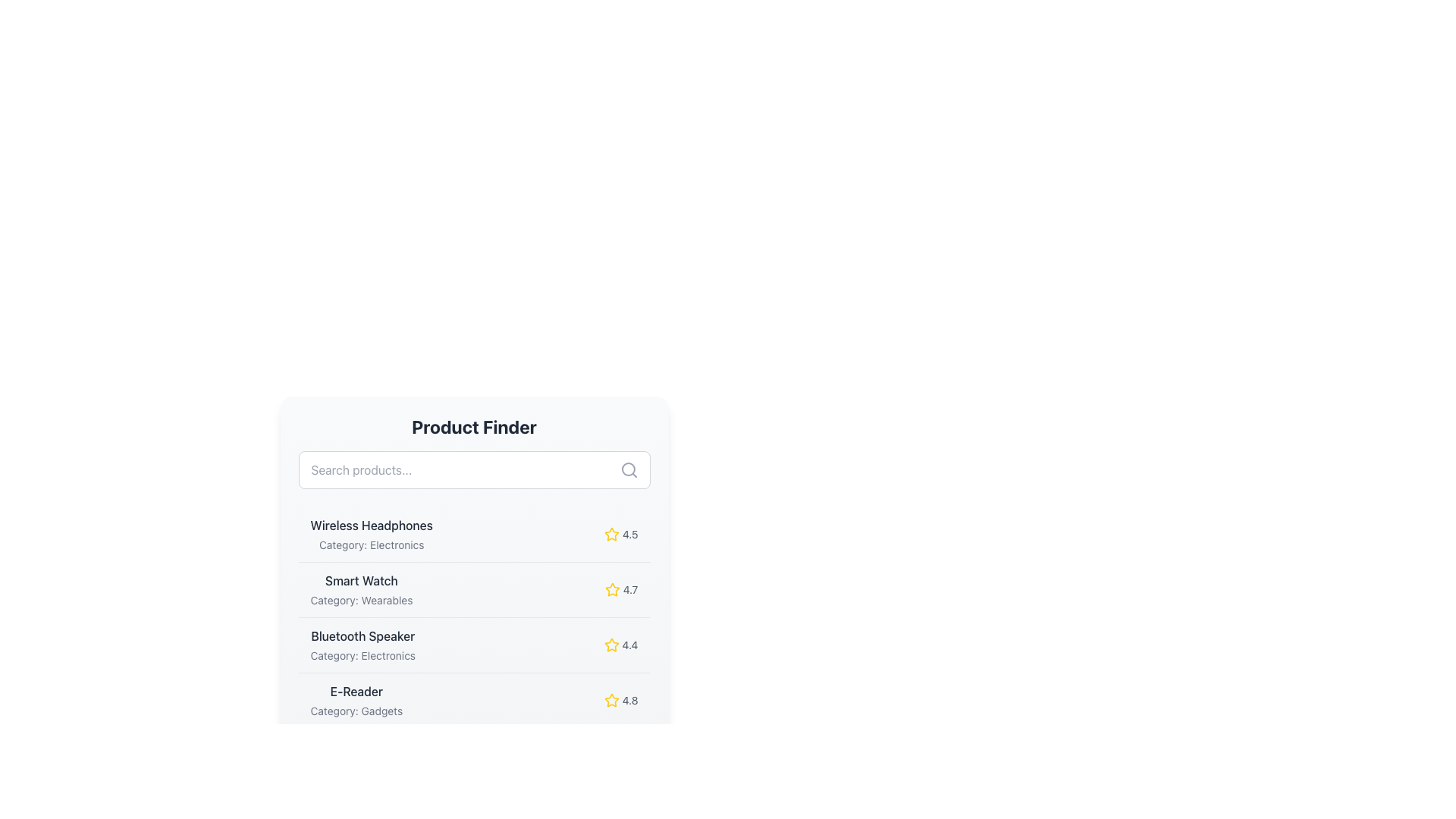 This screenshot has width=1456, height=819. What do you see at coordinates (621, 701) in the screenshot?
I see `the rating display for the E-Reader product, which includes a yellow star icon and the rating value '4.8'` at bounding box center [621, 701].